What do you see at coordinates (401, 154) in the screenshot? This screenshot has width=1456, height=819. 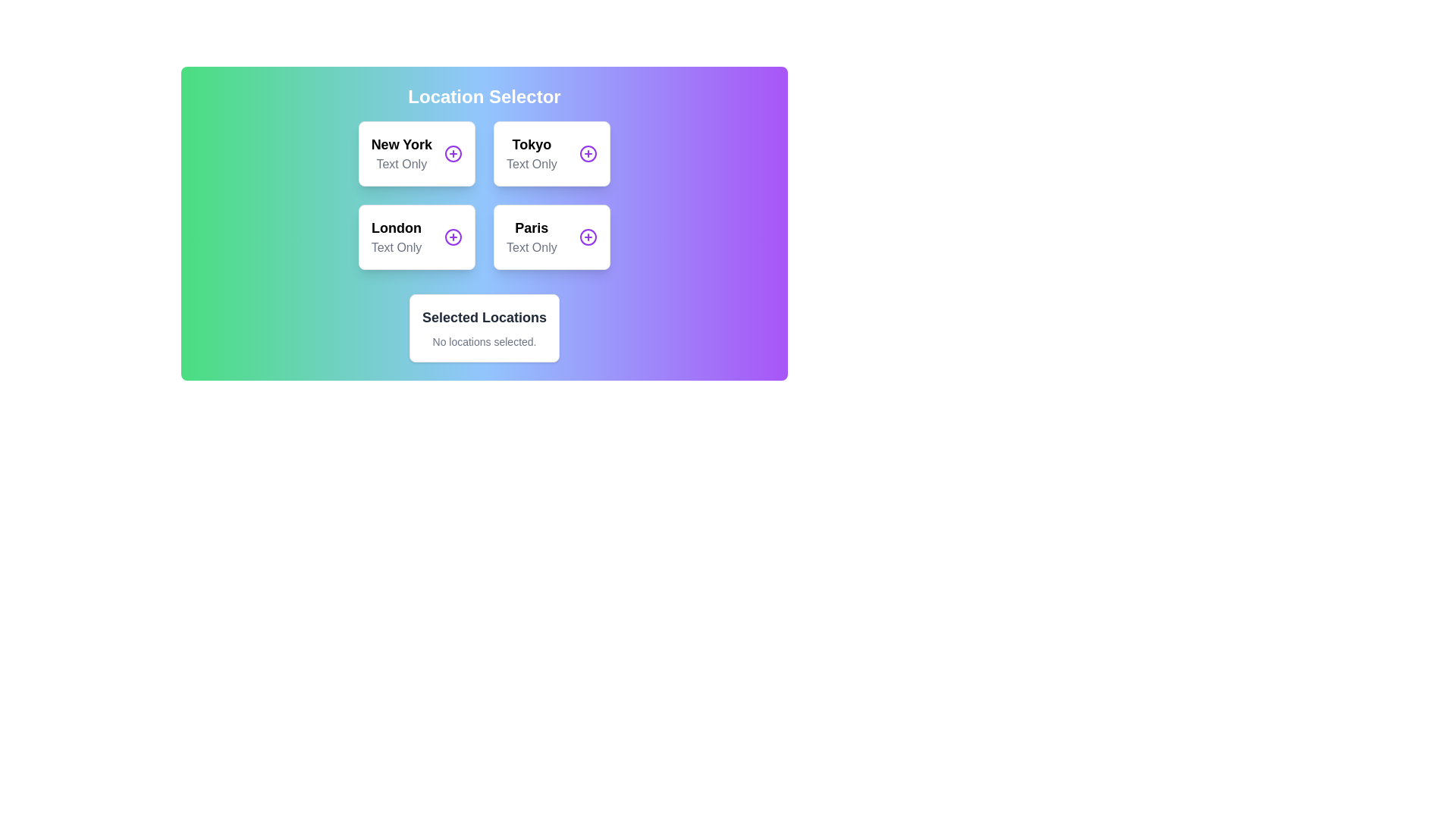 I see `the 'New York' text label, which is the first element in a two-by-two grid layout` at bounding box center [401, 154].